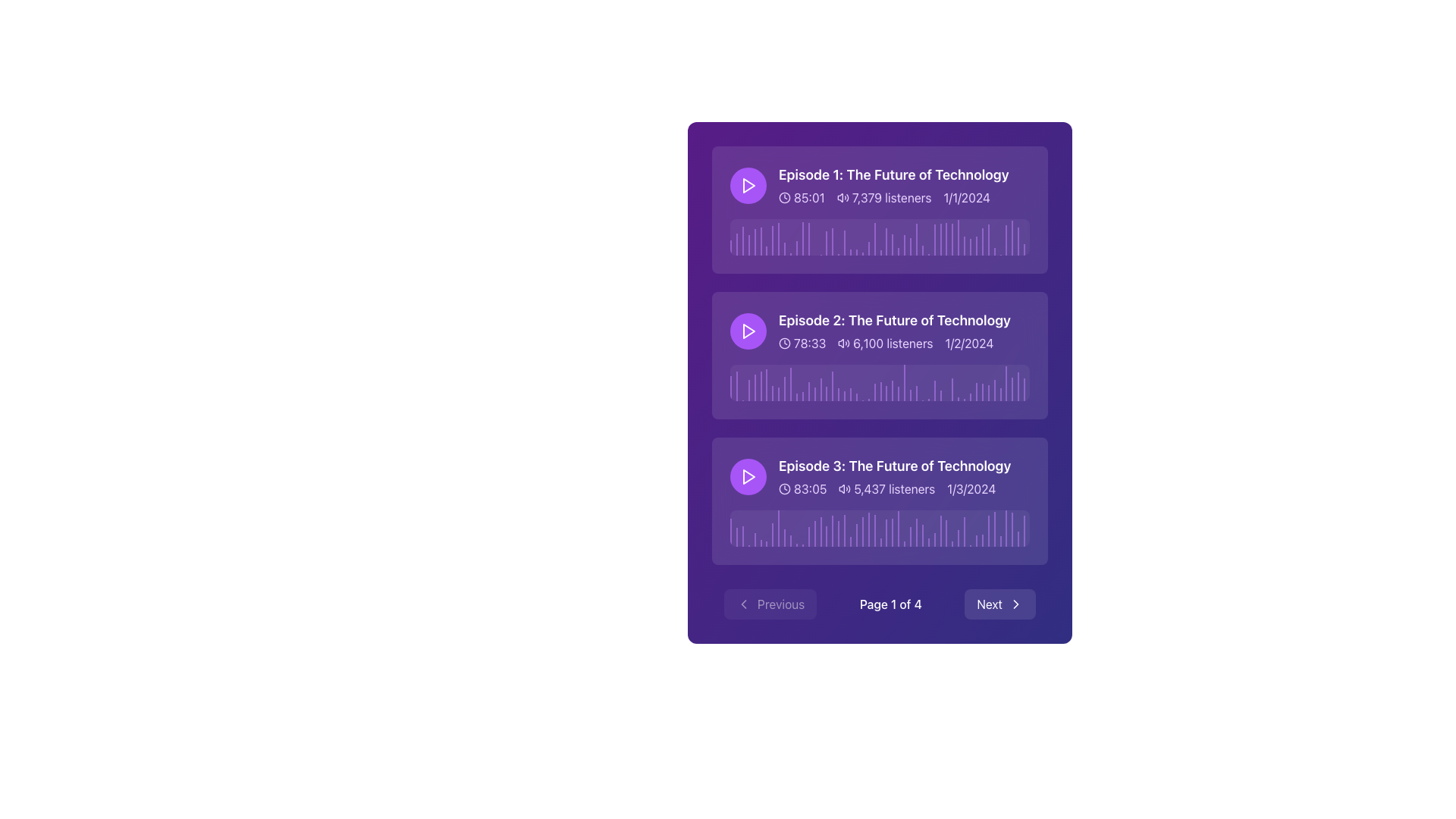 The image size is (1456, 819). Describe the element at coordinates (832, 530) in the screenshot. I see `the Playback Progress Indicator bar located in the waveform visual of the third card in a vertical stack of episodic cards` at that location.